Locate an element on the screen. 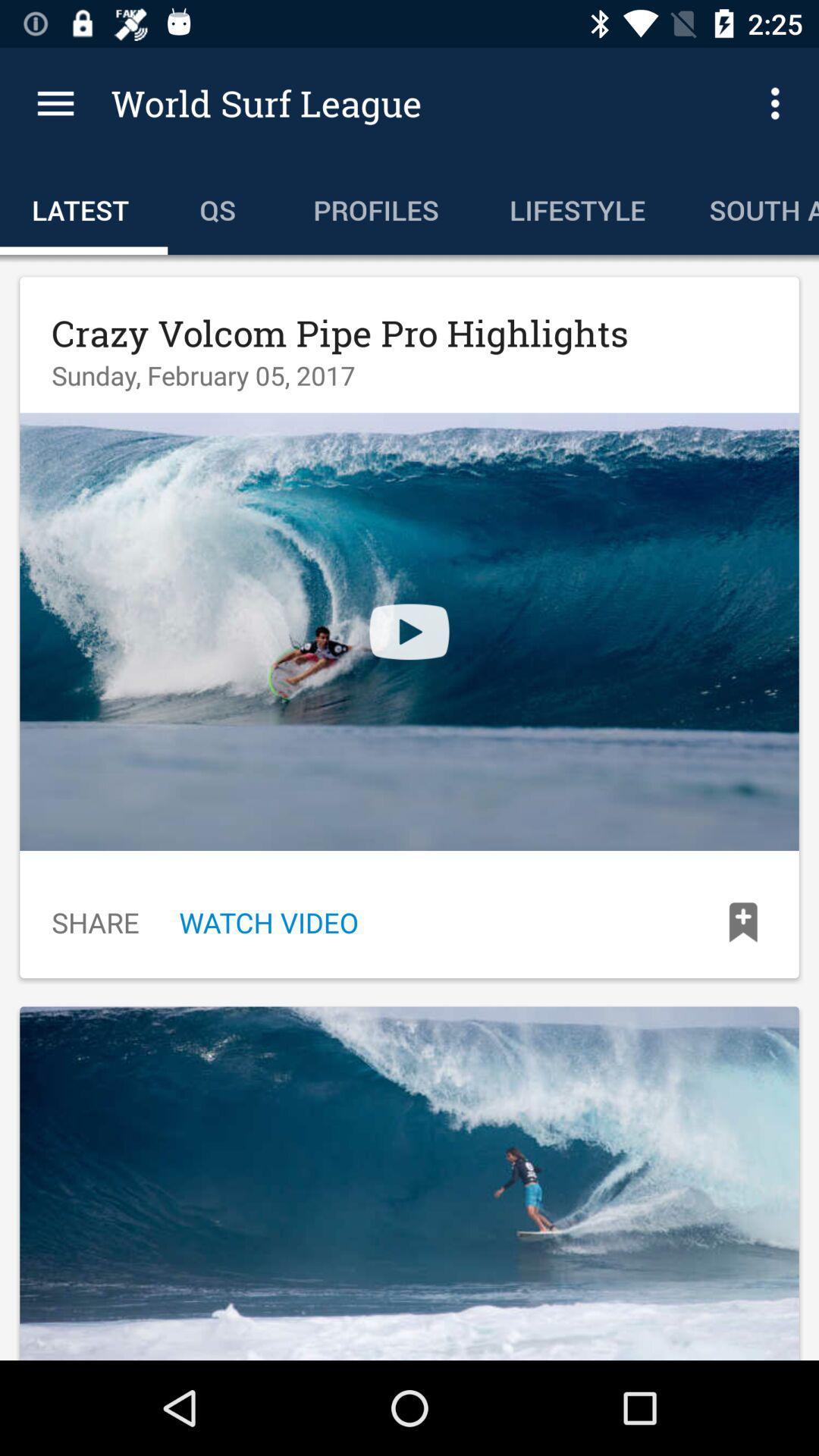 The height and width of the screenshot is (1456, 819). icon above sunday february 05 icon is located at coordinates (339, 332).